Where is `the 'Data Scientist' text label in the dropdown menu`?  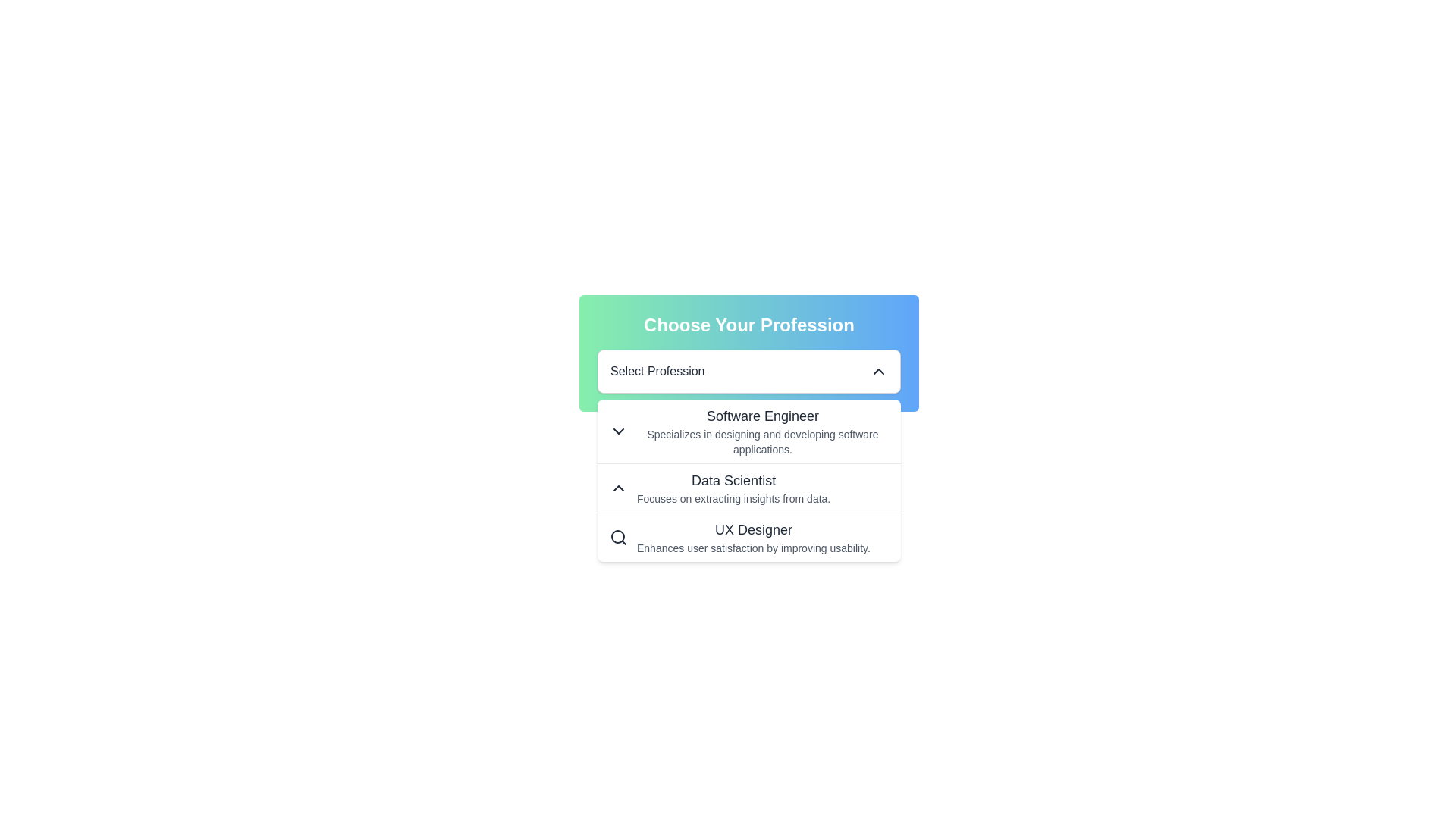
the 'Data Scientist' text label in the dropdown menu is located at coordinates (733, 480).